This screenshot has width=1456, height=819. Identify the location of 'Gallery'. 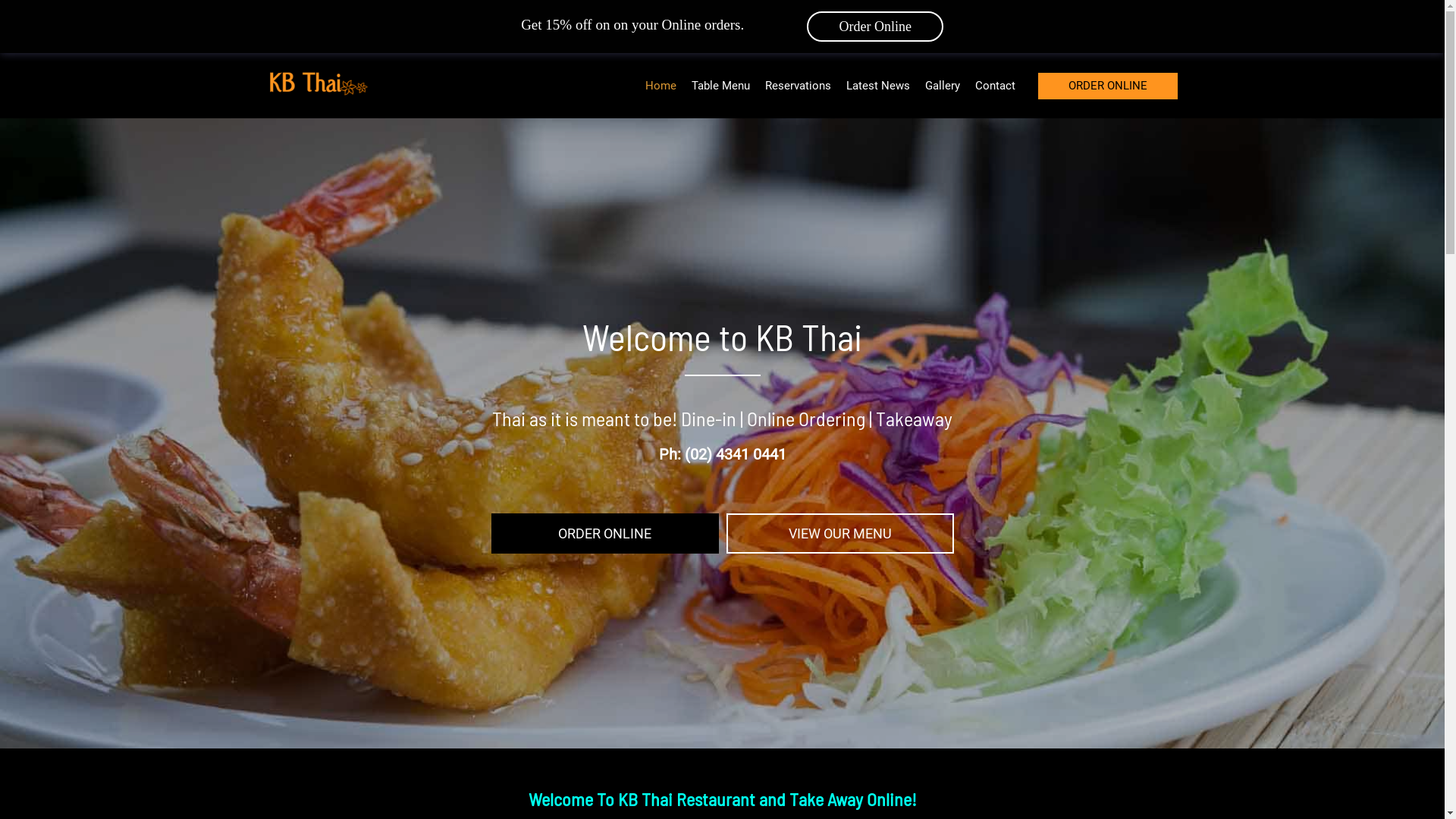
(942, 85).